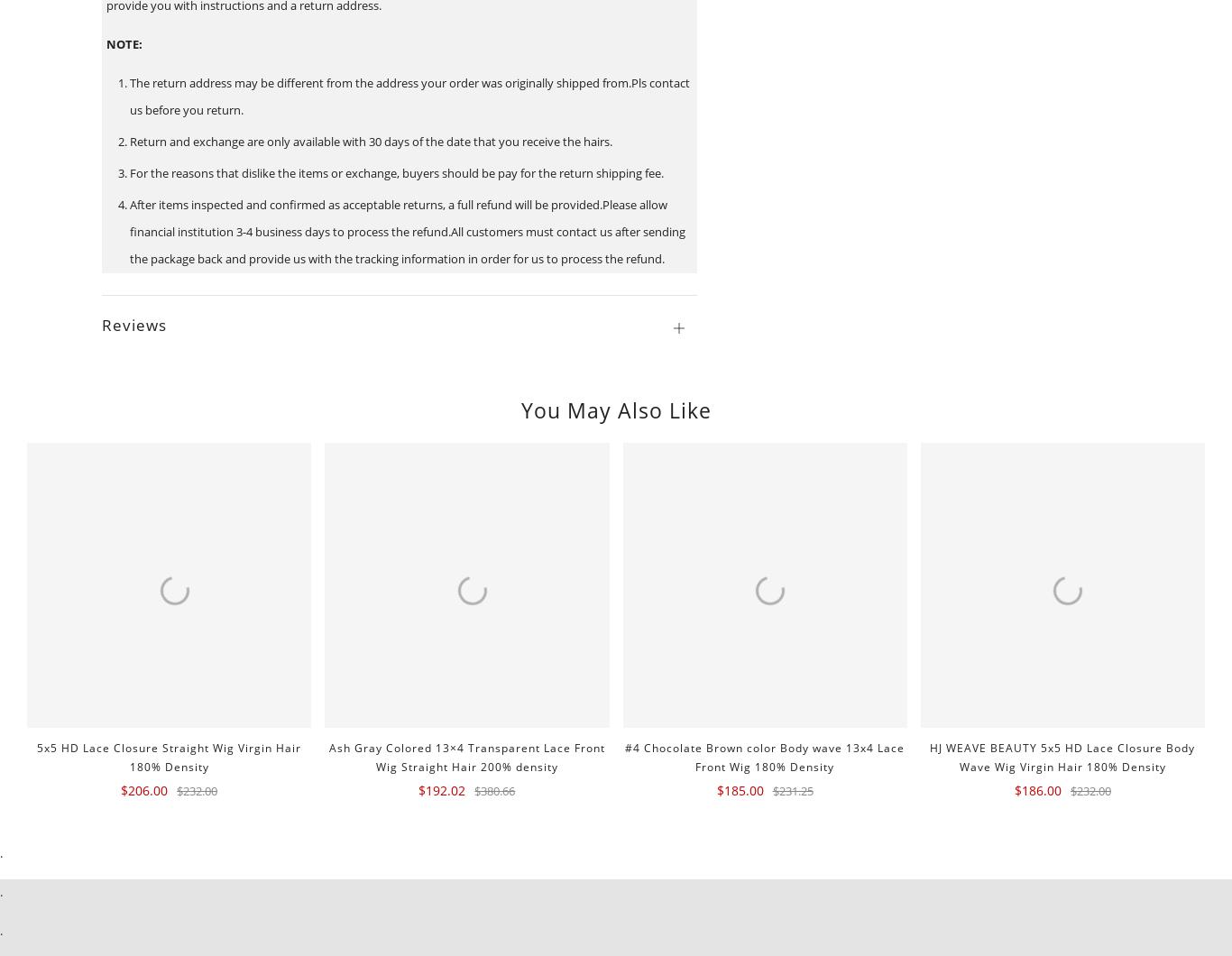 This screenshot has width=1232, height=956. Describe the element at coordinates (764, 756) in the screenshot. I see `'#4 Chocolate Brown color Body wave 13x4 Lace Front Wig 180% Density'` at that location.